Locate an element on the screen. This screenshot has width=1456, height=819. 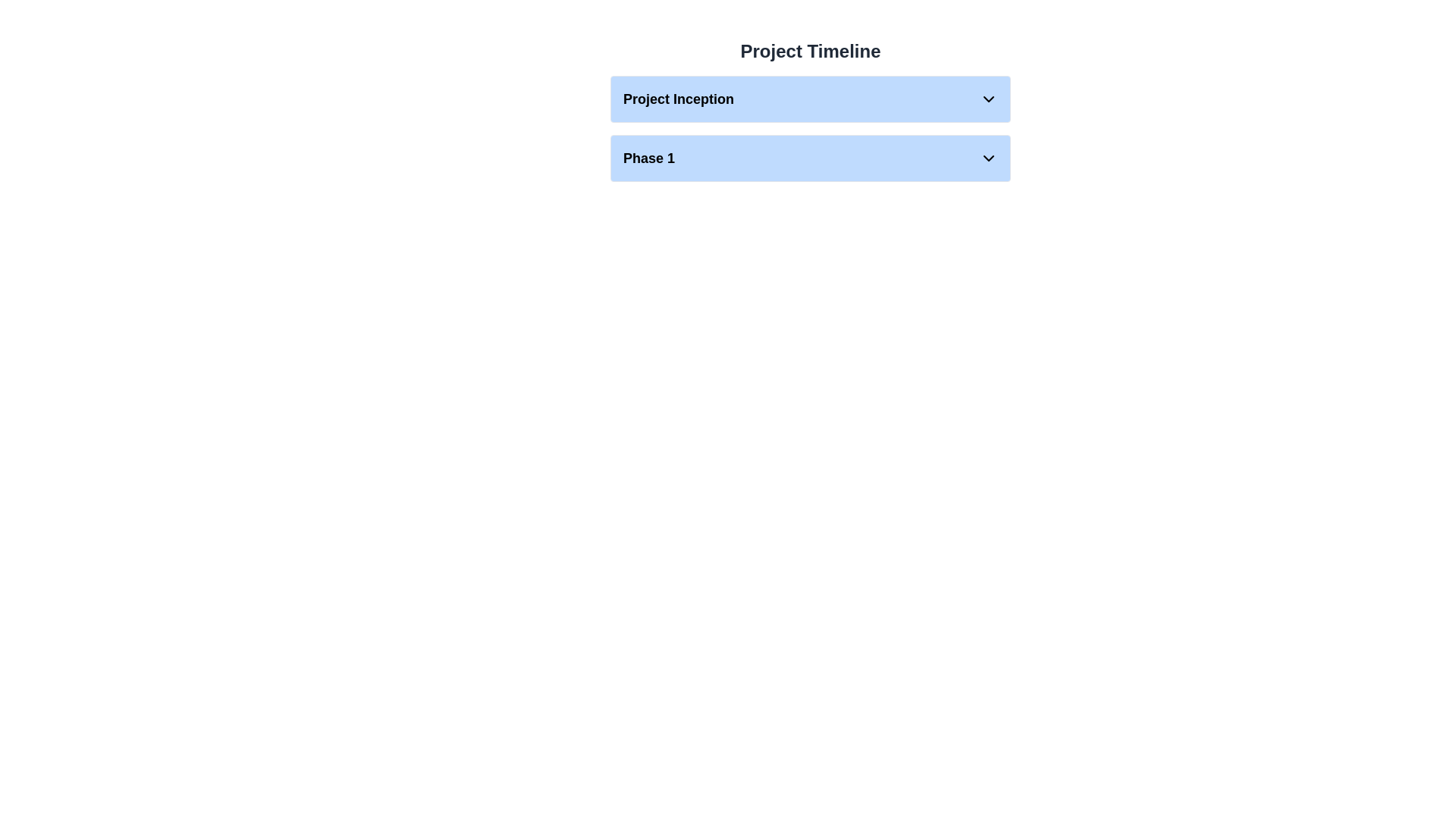
the 'Project Inception' Collapsible Header is located at coordinates (810, 116).